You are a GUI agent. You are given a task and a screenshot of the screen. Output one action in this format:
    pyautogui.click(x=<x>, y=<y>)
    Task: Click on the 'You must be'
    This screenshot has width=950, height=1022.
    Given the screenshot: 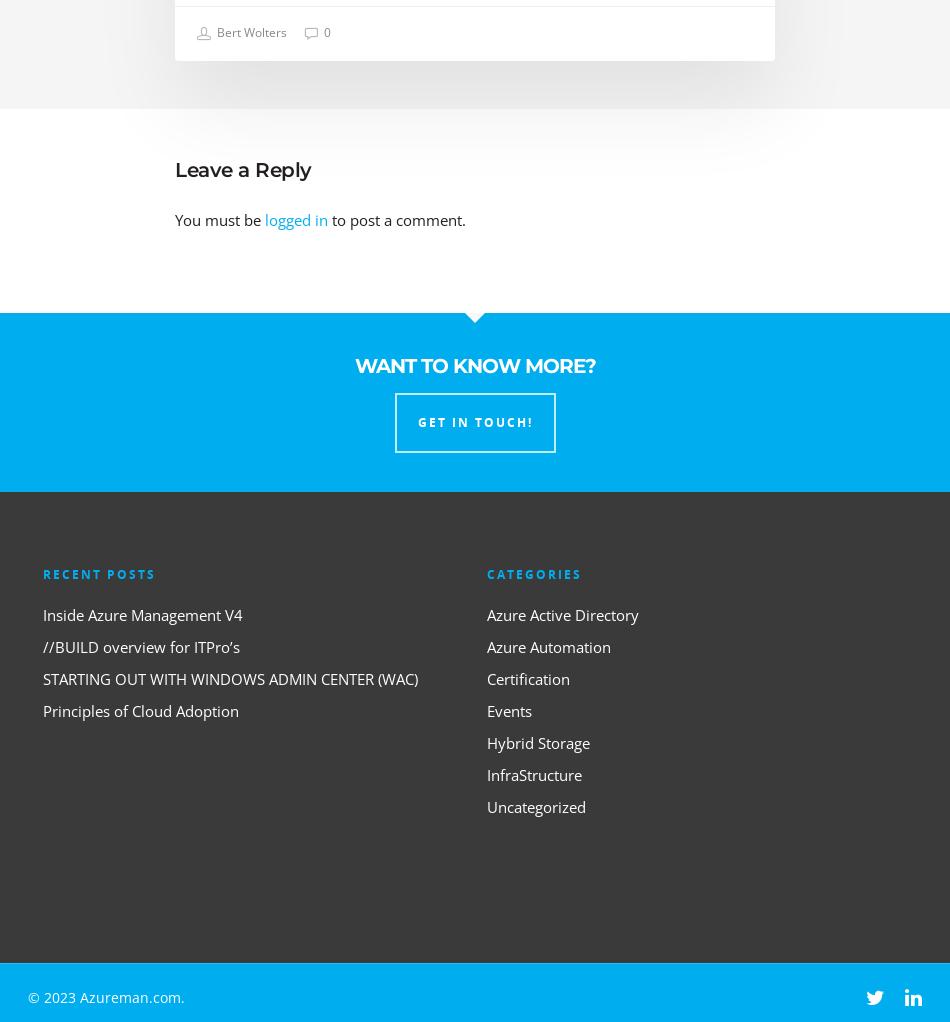 What is the action you would take?
    pyautogui.click(x=174, y=219)
    